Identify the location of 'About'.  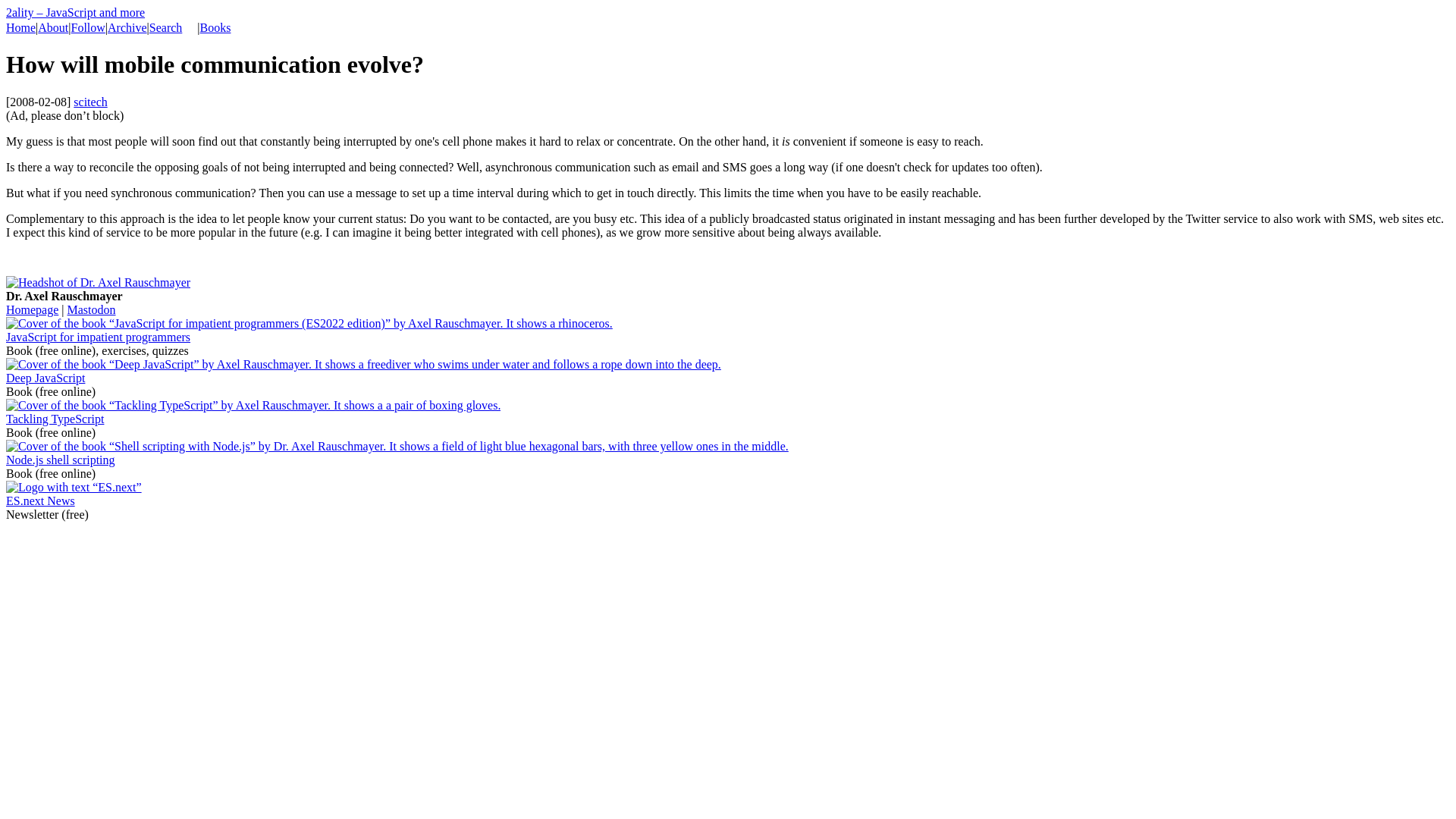
(37, 27).